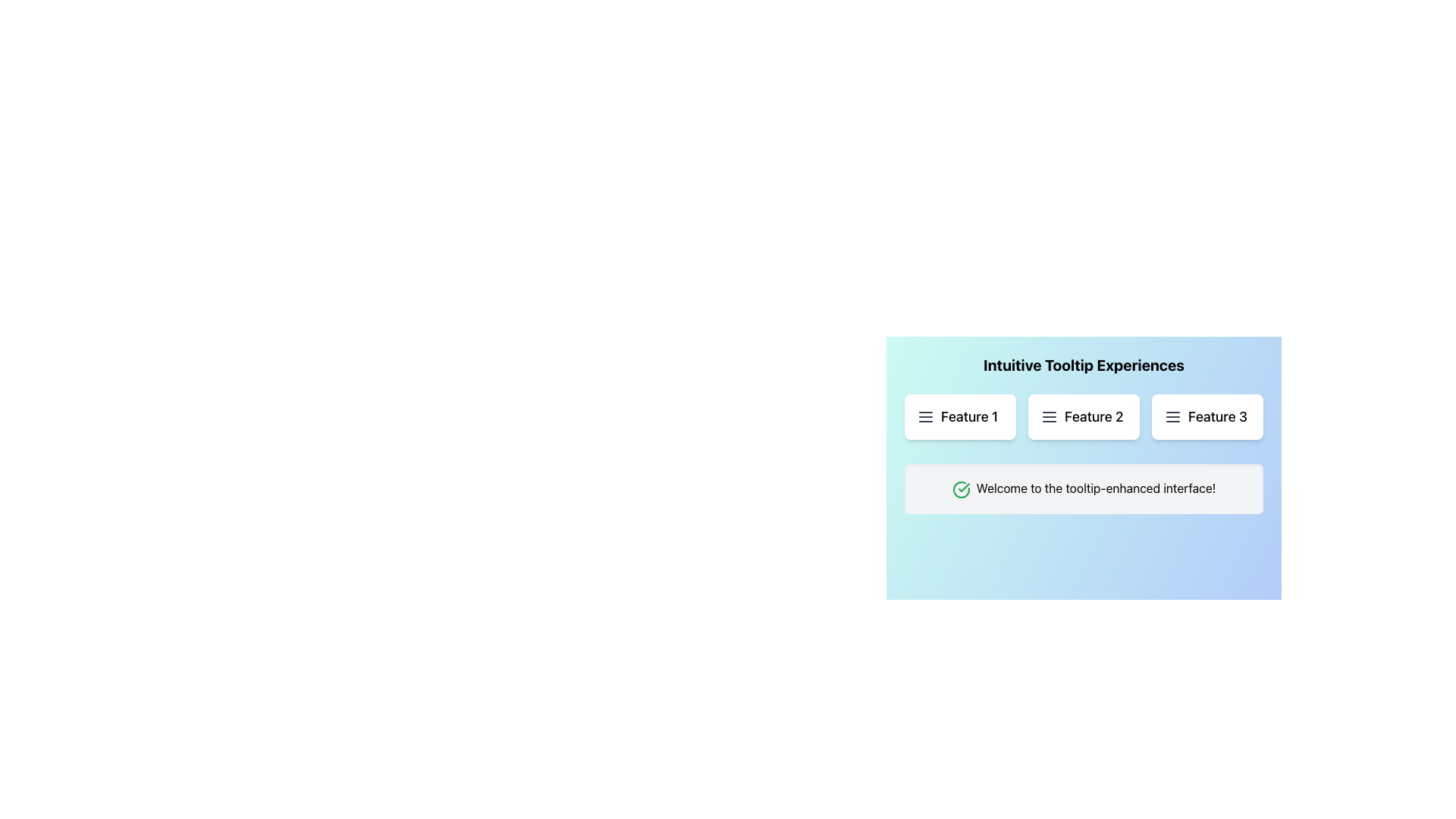 The image size is (1456, 819). I want to click on the tile from the grid containing feature tiles below the heading 'Intuitive Tooltip Experiences', so click(1083, 417).